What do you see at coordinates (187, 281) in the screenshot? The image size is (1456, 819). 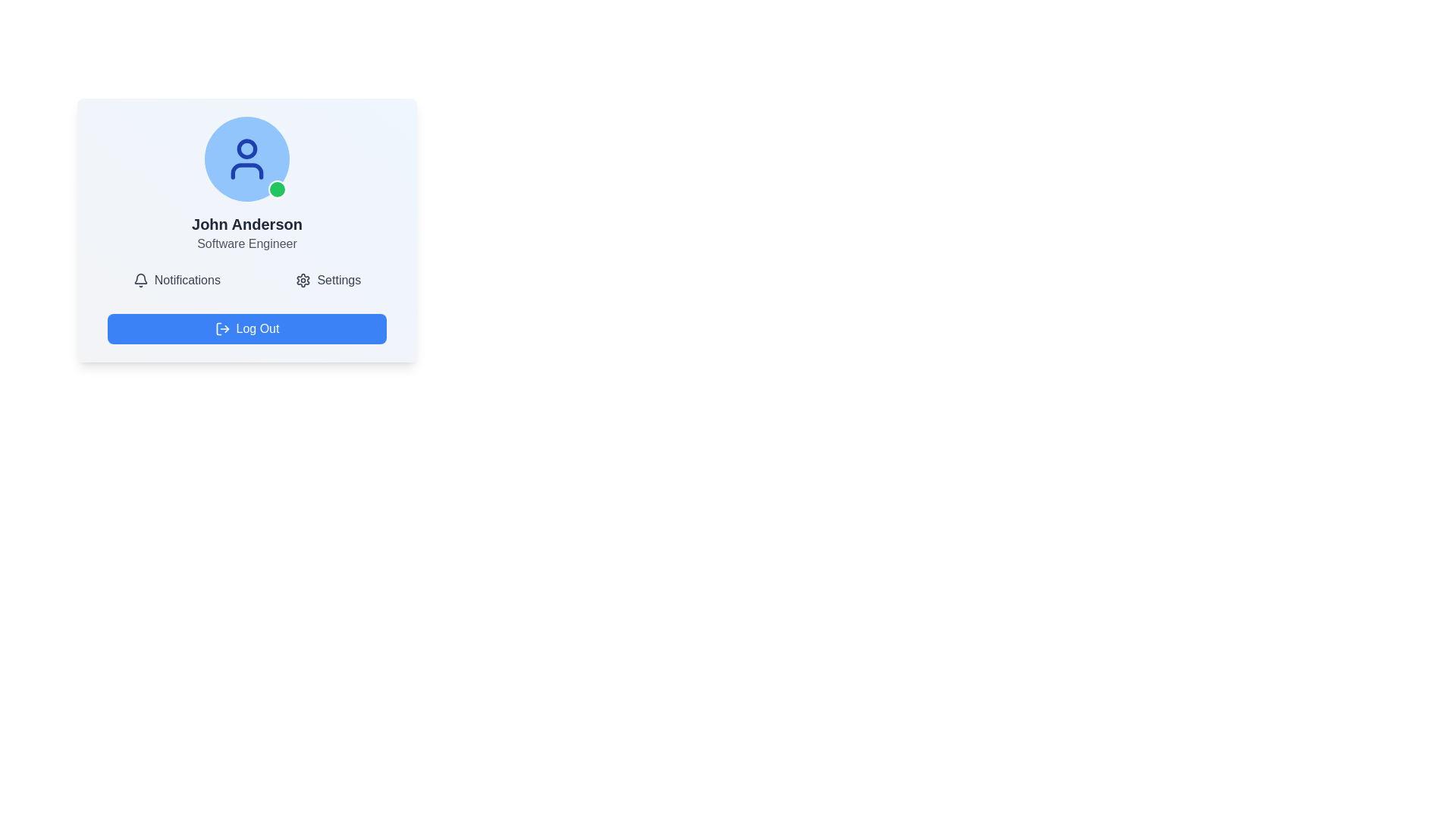 I see `'Notifications' label, which is displayed in dark gray font and is associated with a bell icon to its left` at bounding box center [187, 281].